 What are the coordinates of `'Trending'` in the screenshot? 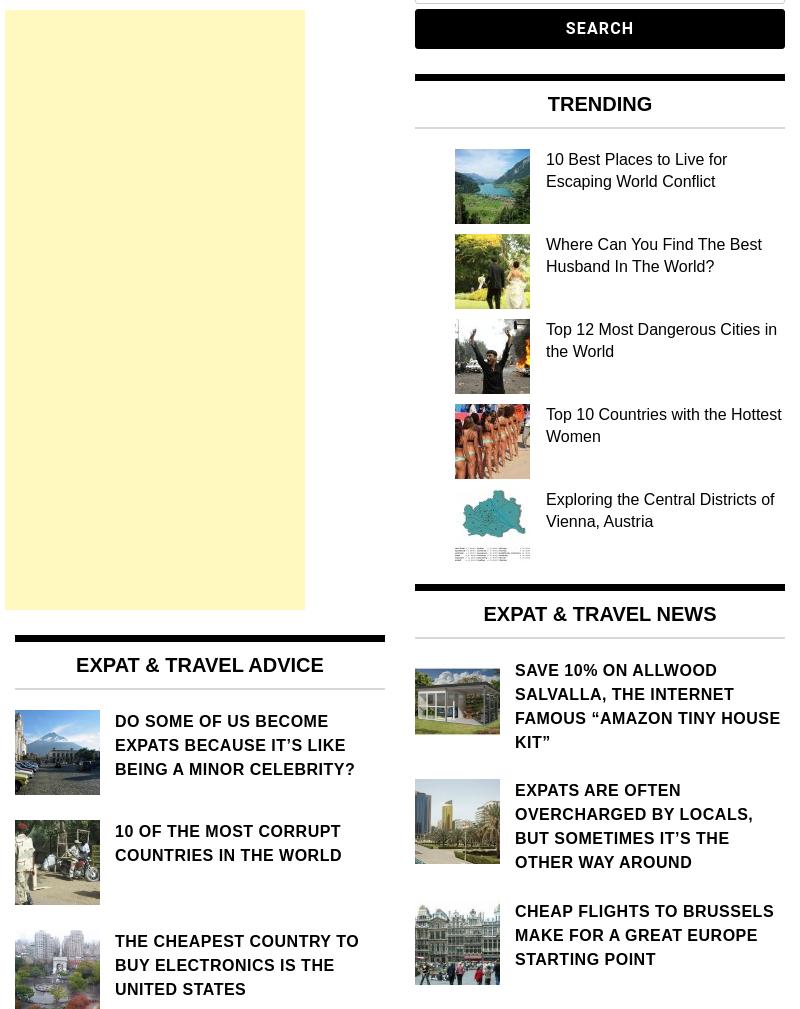 It's located at (598, 102).